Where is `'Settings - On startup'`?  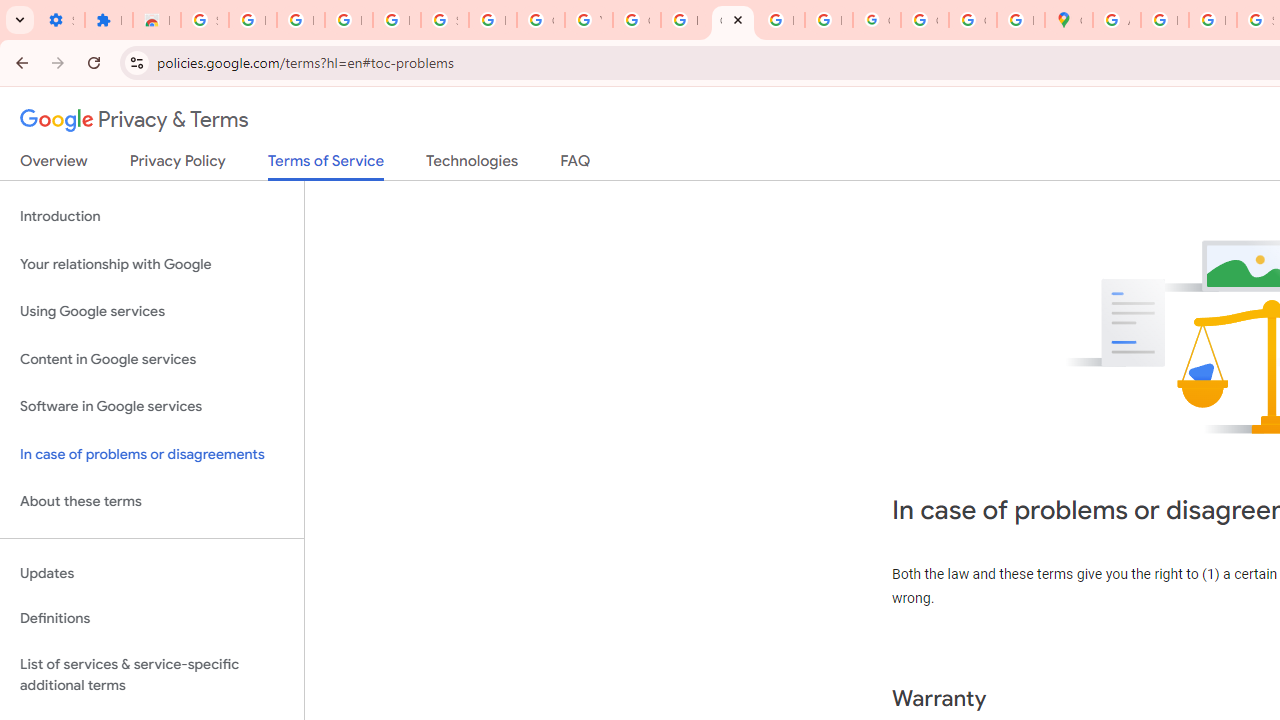 'Settings - On startup' is located at coordinates (60, 20).